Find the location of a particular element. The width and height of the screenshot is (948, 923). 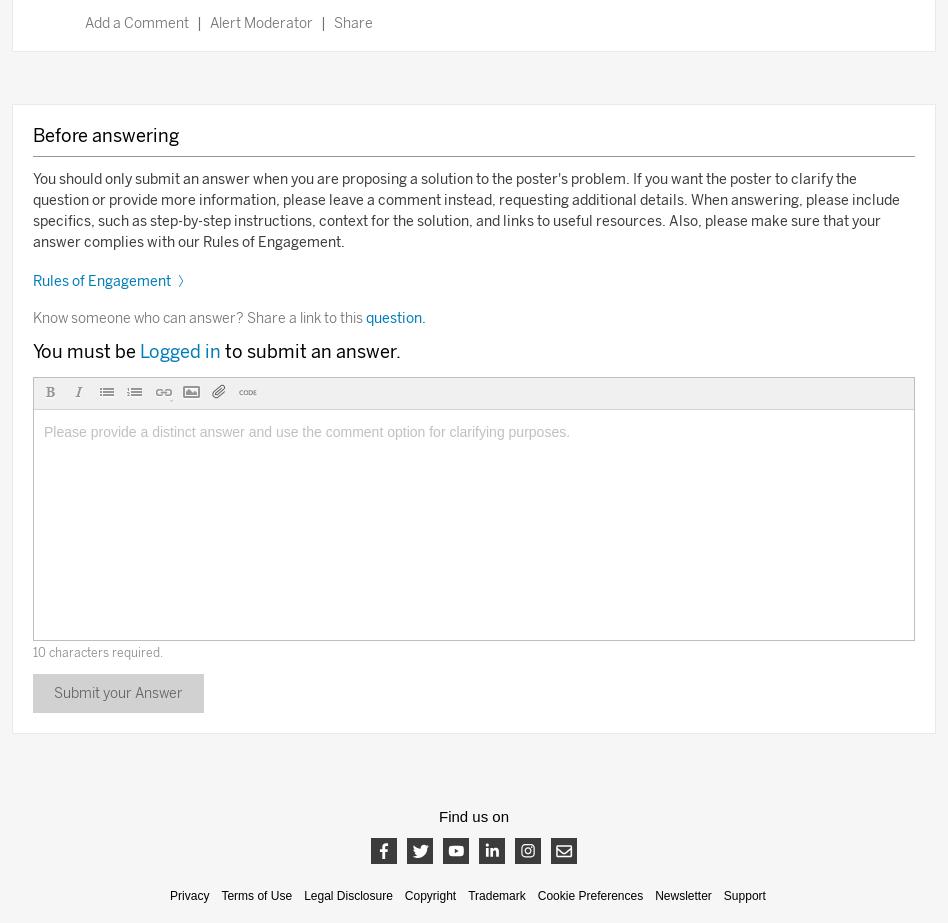

'Please provide a distinct answer and use the comment option for clarifying purposes.' is located at coordinates (306, 431).